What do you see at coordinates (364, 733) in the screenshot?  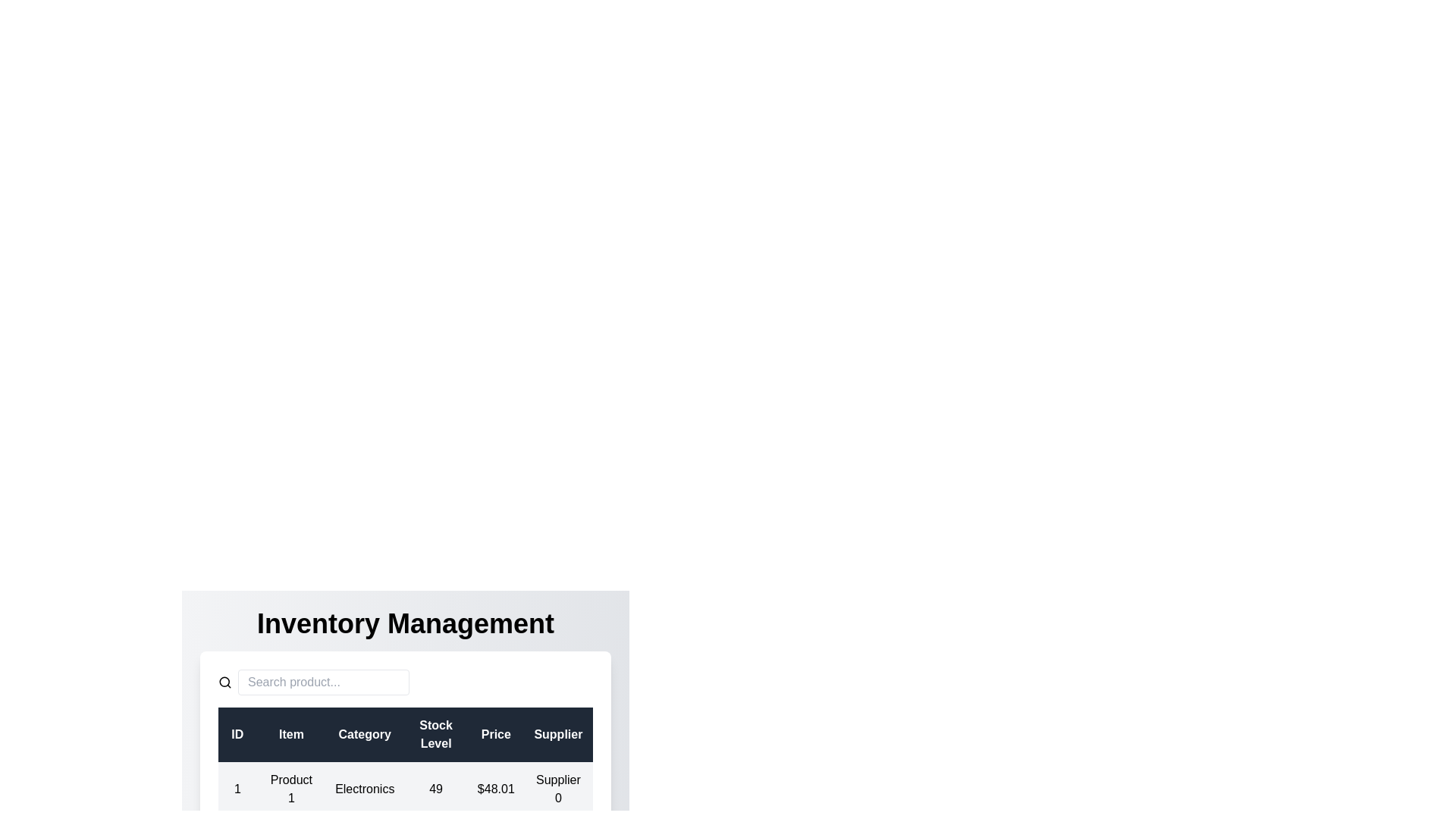 I see `the column header Category to sort the data by that column` at bounding box center [364, 733].